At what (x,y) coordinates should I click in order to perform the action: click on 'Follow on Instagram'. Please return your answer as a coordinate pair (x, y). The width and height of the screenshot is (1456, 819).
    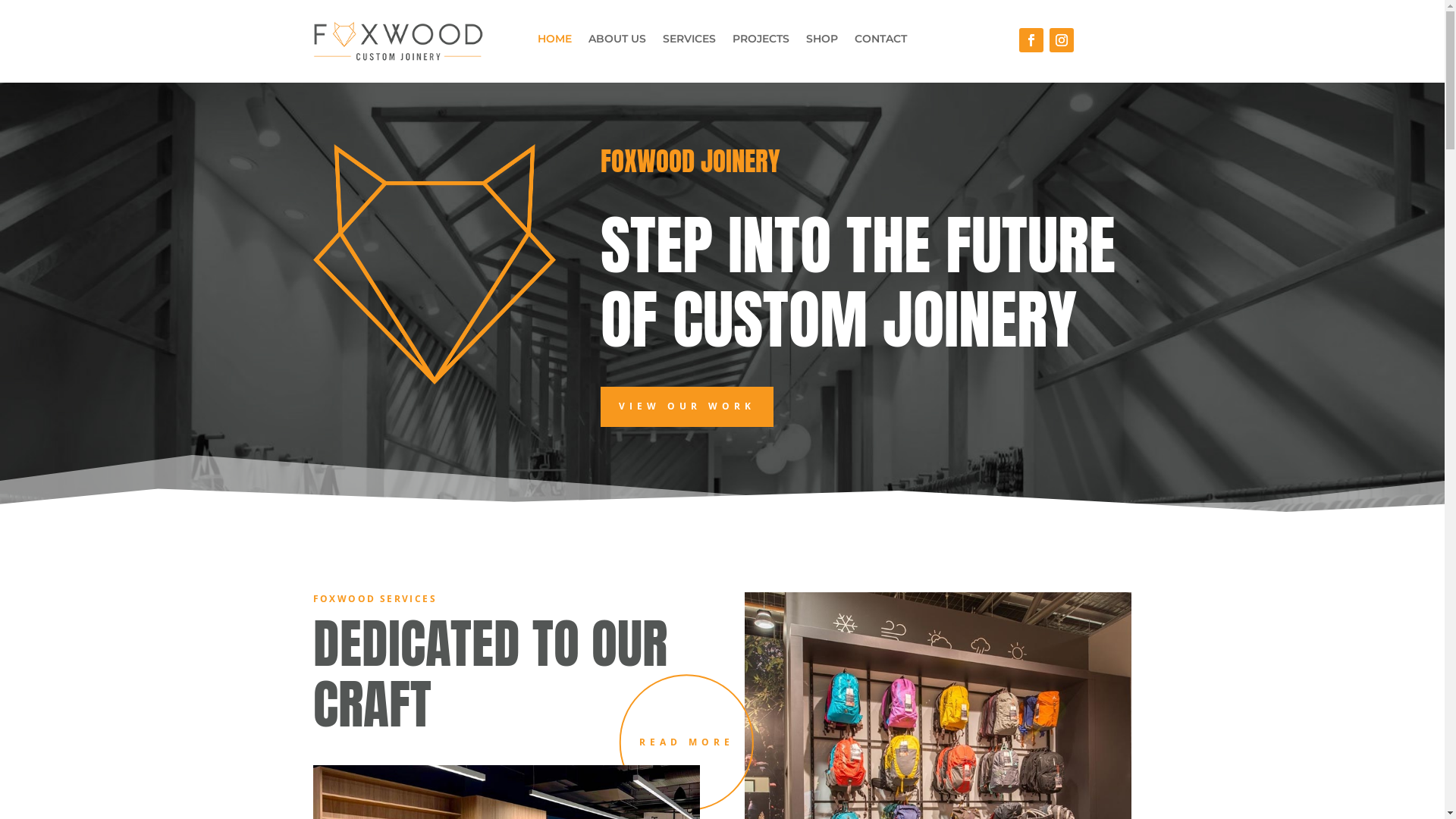
    Looking at the image, I should click on (1061, 39).